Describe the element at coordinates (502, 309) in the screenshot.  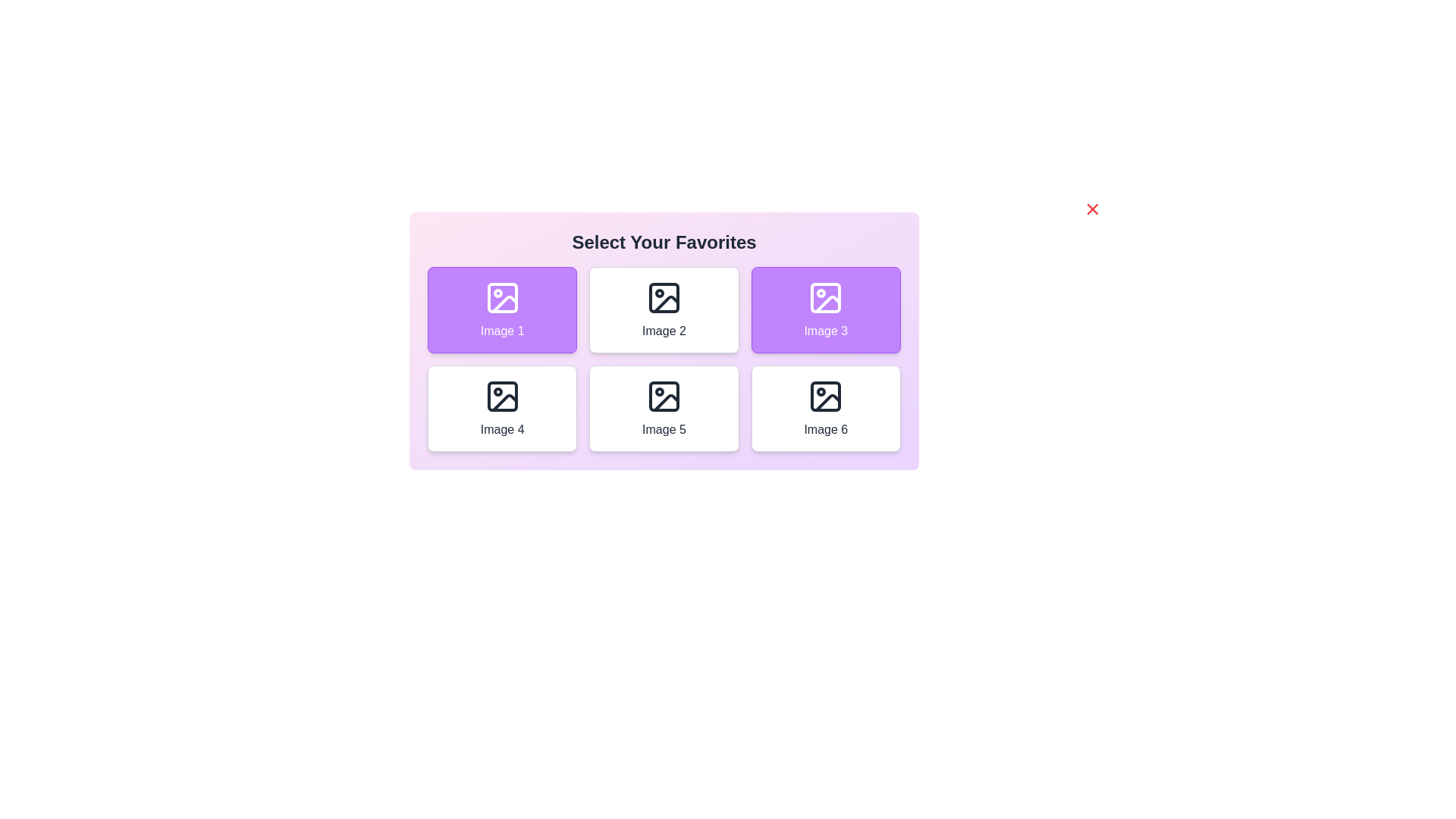
I see `the image labeled Image 1 to toggle its selection state` at that location.